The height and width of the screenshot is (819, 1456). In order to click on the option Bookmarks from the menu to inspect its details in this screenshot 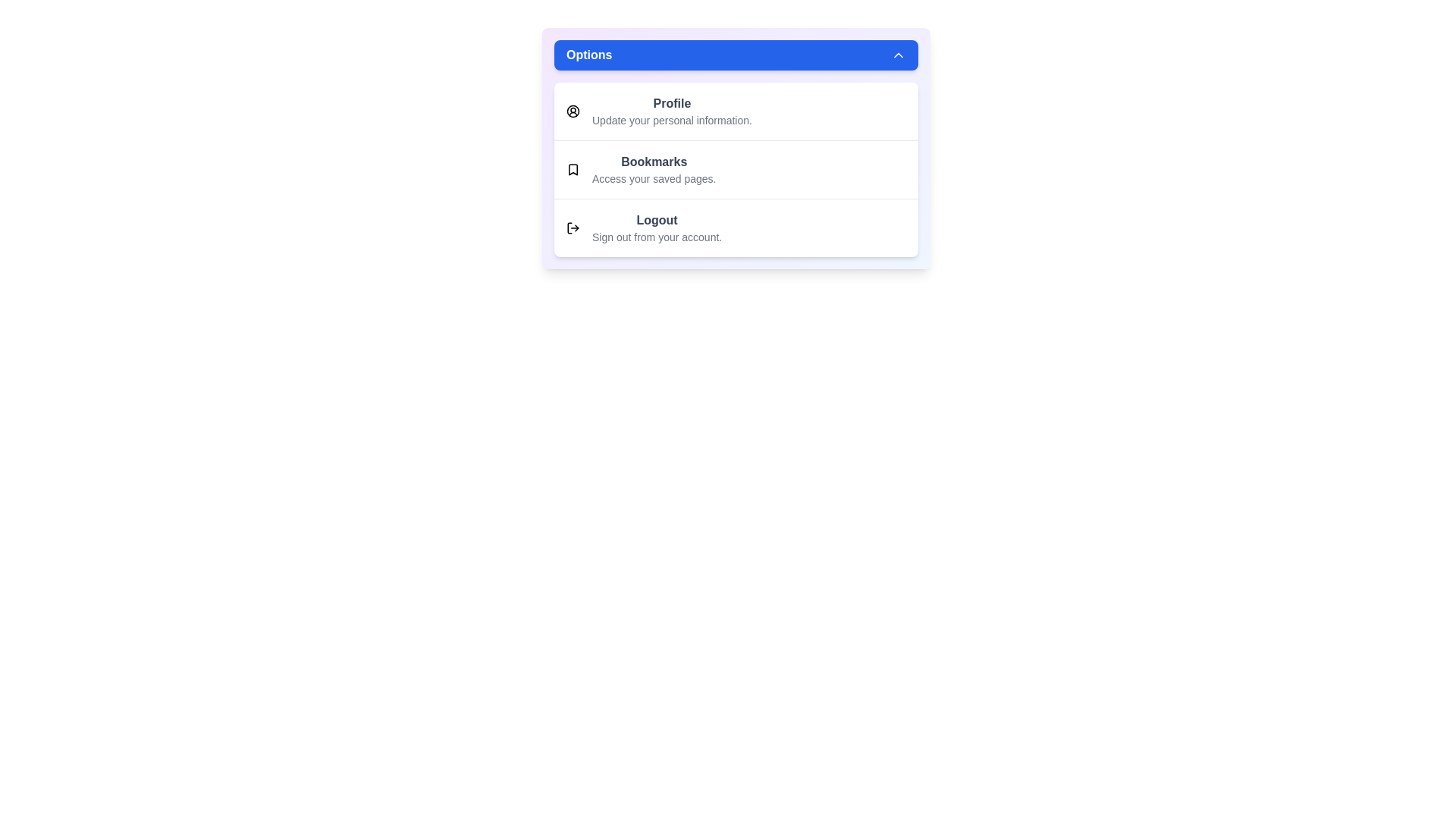, I will do `click(736, 169)`.